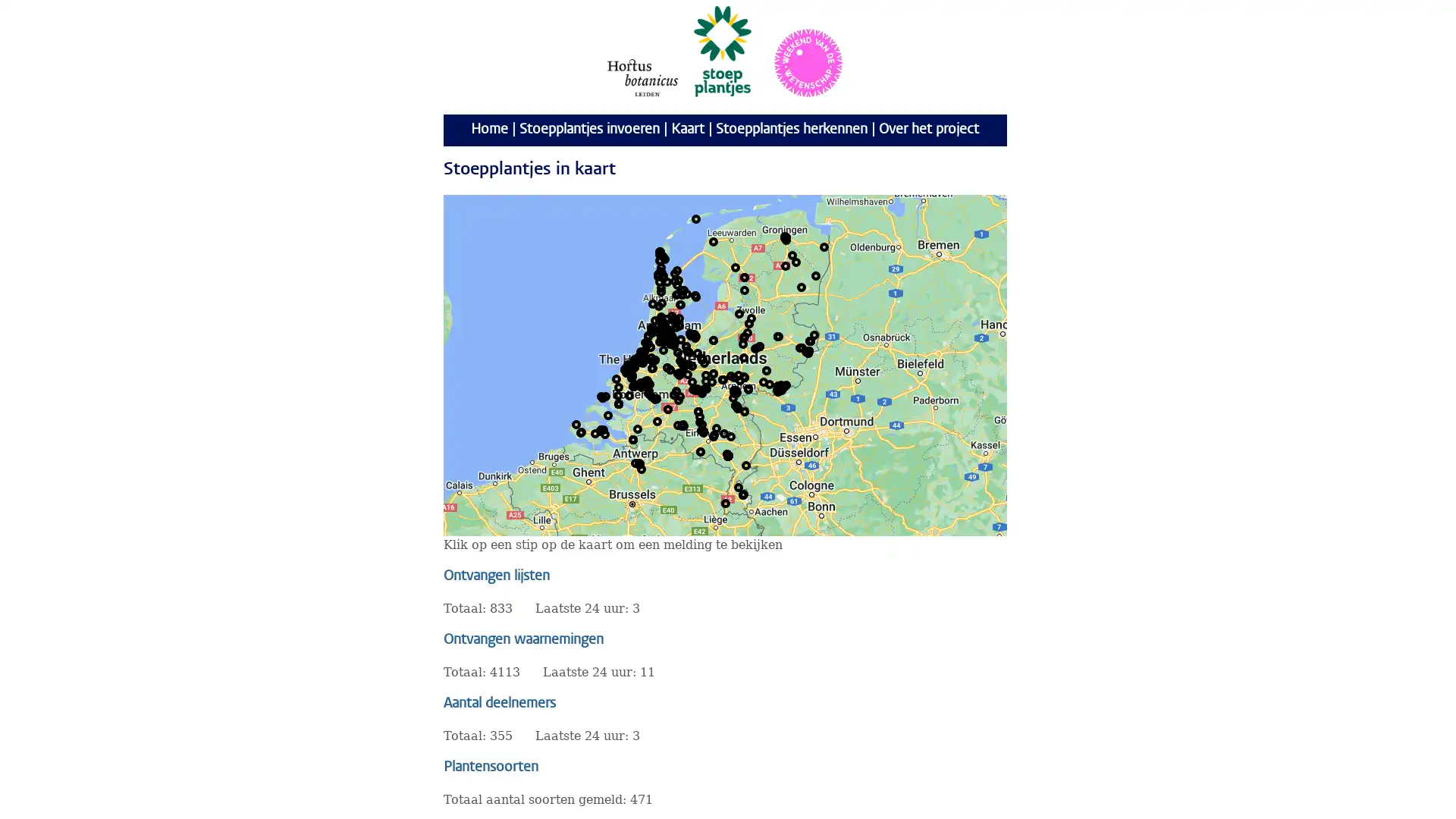  What do you see at coordinates (640, 384) in the screenshot?
I see `Telling van op 06 november 2021` at bounding box center [640, 384].